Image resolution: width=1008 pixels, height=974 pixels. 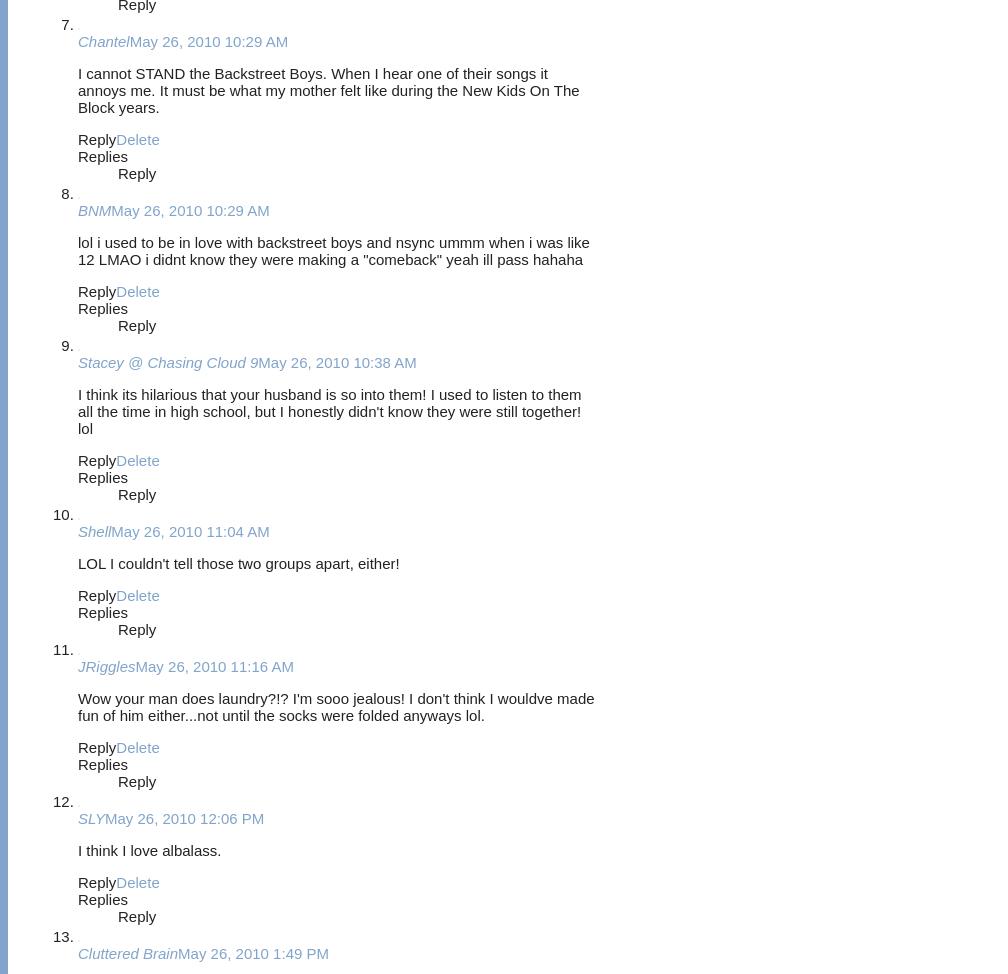 What do you see at coordinates (190, 530) in the screenshot?
I see `'May 26, 2010 11:04 AM'` at bounding box center [190, 530].